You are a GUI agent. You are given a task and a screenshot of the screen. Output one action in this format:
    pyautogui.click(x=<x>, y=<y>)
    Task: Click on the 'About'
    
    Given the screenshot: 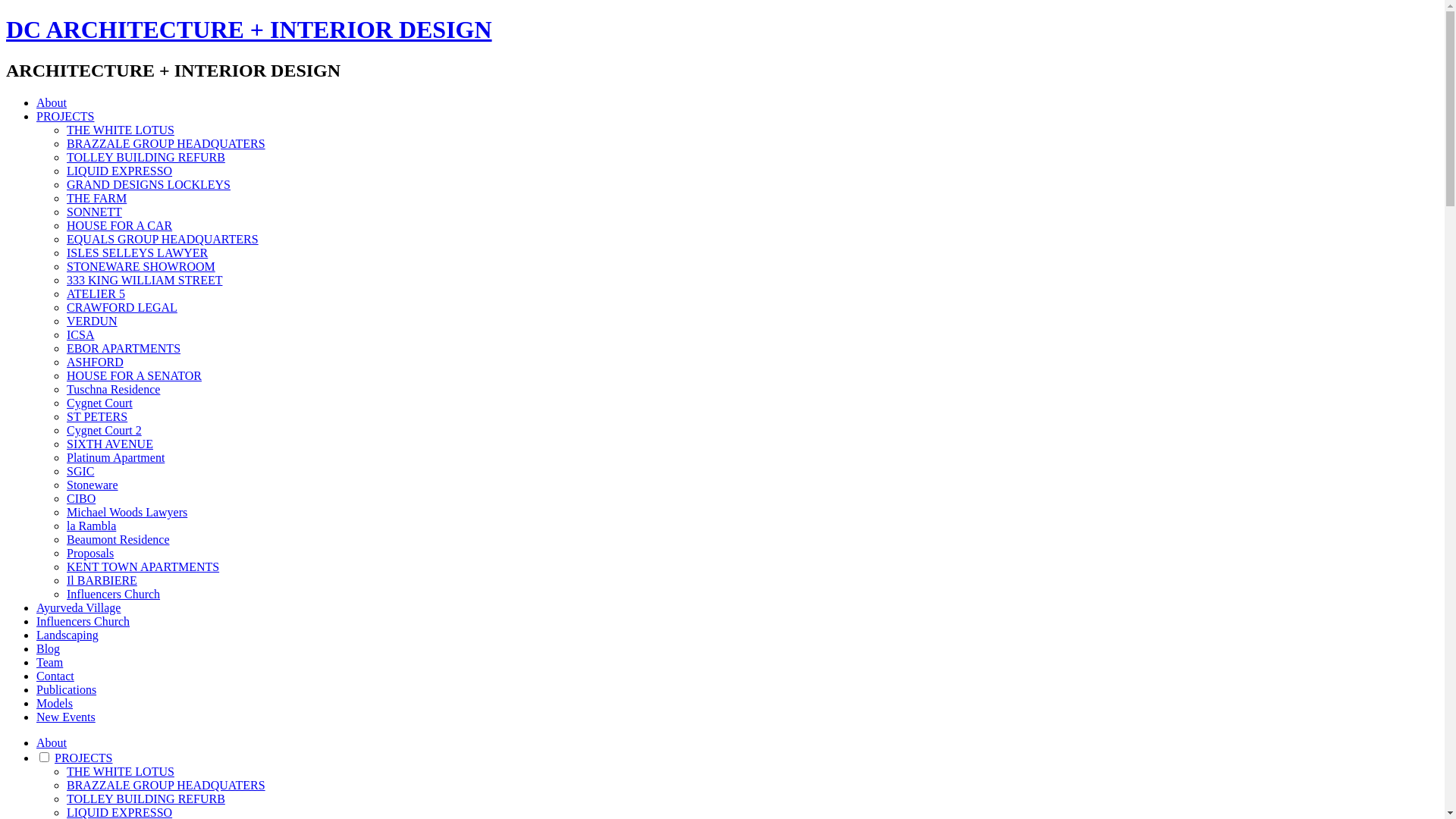 What is the action you would take?
    pyautogui.click(x=51, y=742)
    